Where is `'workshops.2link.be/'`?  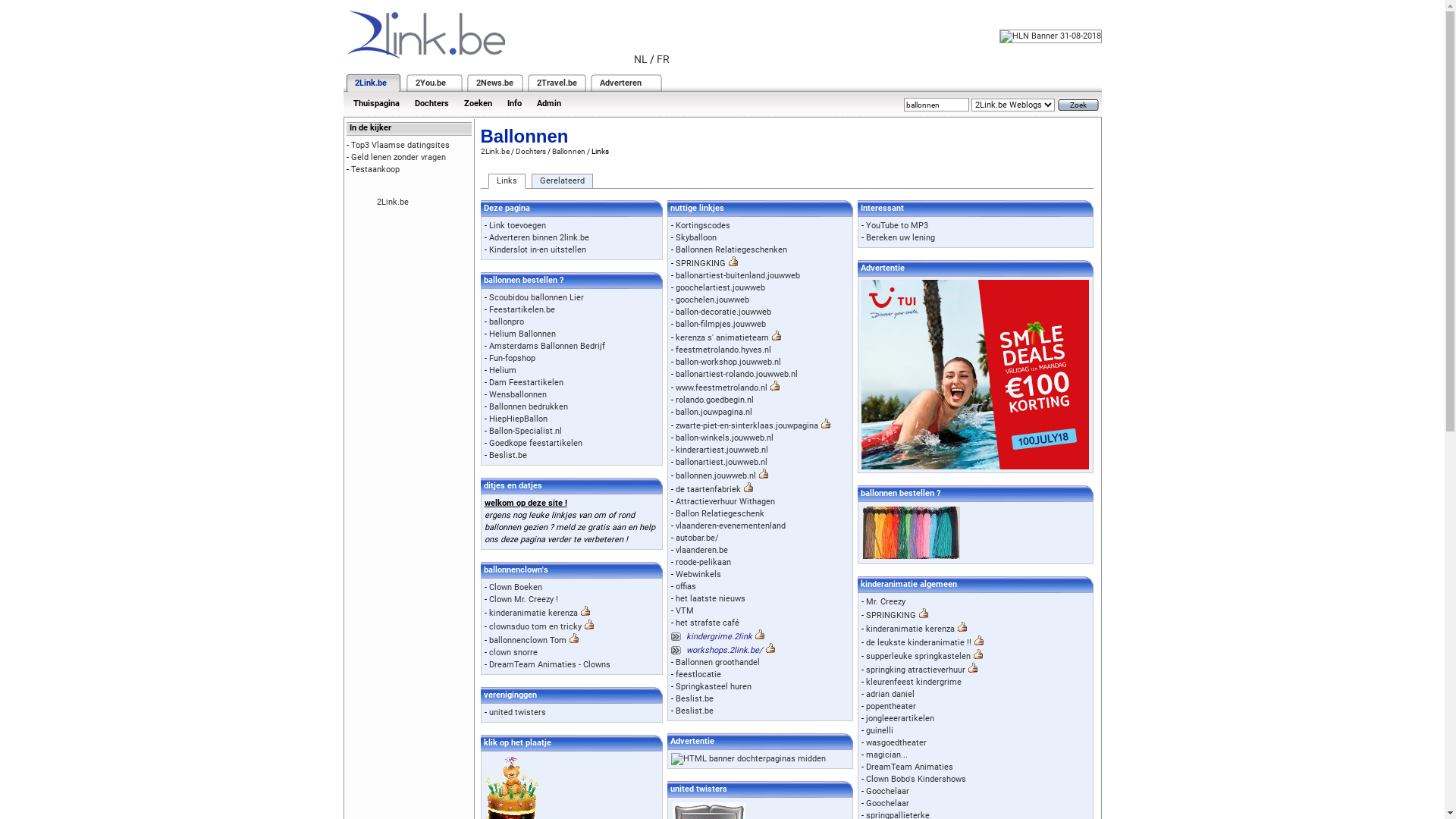 'workshops.2link.be/' is located at coordinates (723, 649).